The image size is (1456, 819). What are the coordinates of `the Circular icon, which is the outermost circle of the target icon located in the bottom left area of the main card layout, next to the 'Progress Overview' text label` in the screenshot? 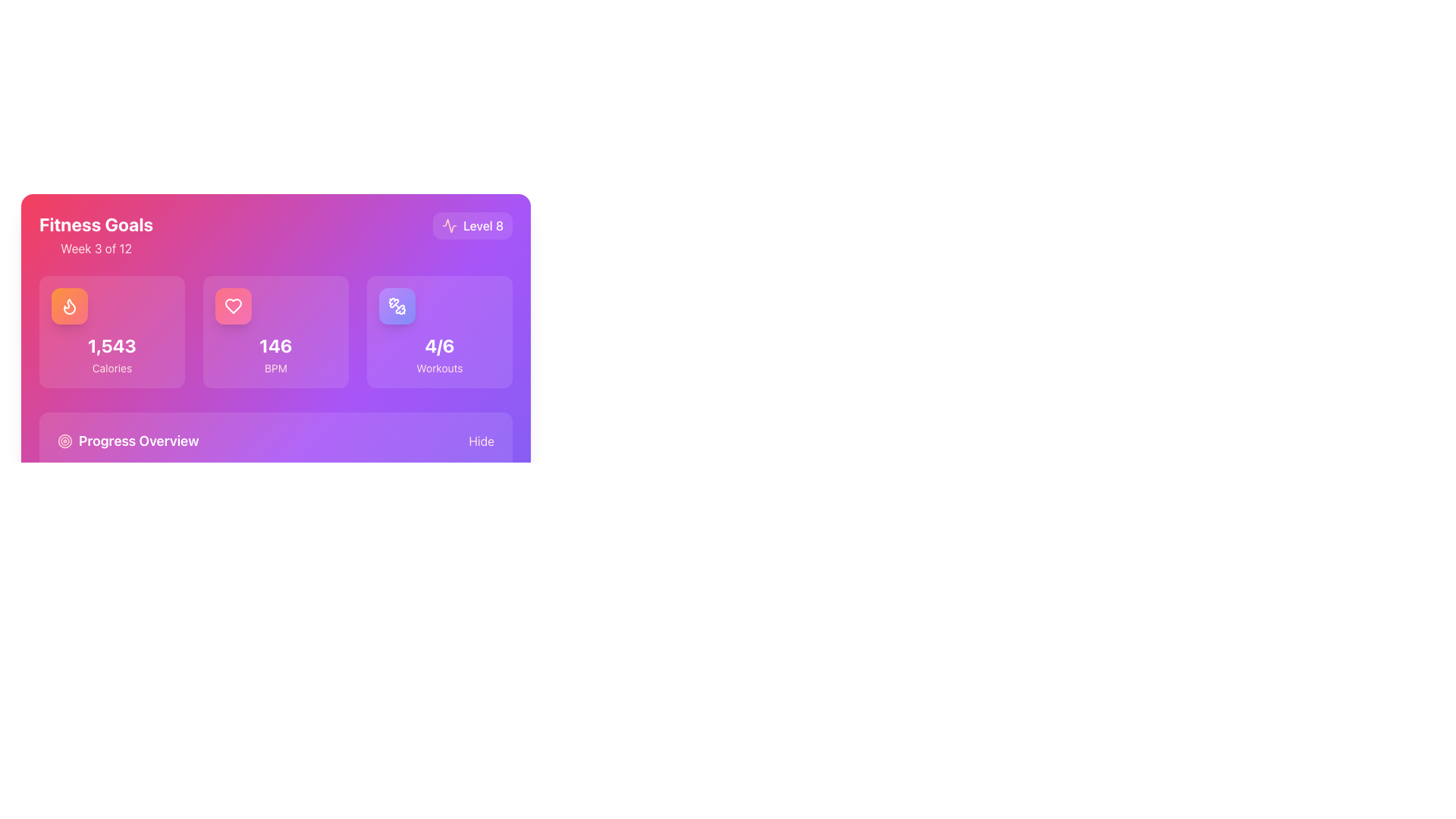 It's located at (64, 441).